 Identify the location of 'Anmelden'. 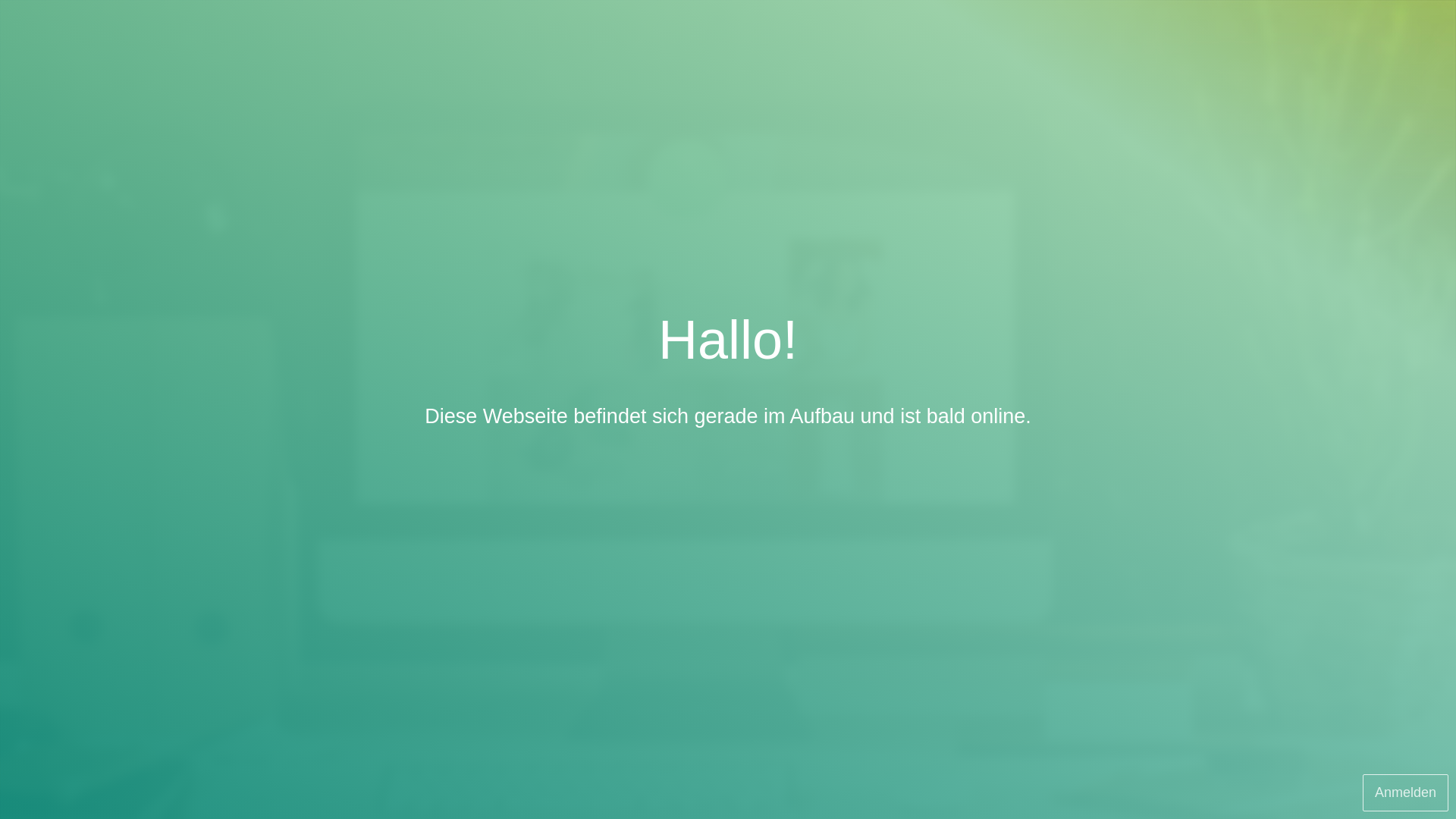
(1404, 792).